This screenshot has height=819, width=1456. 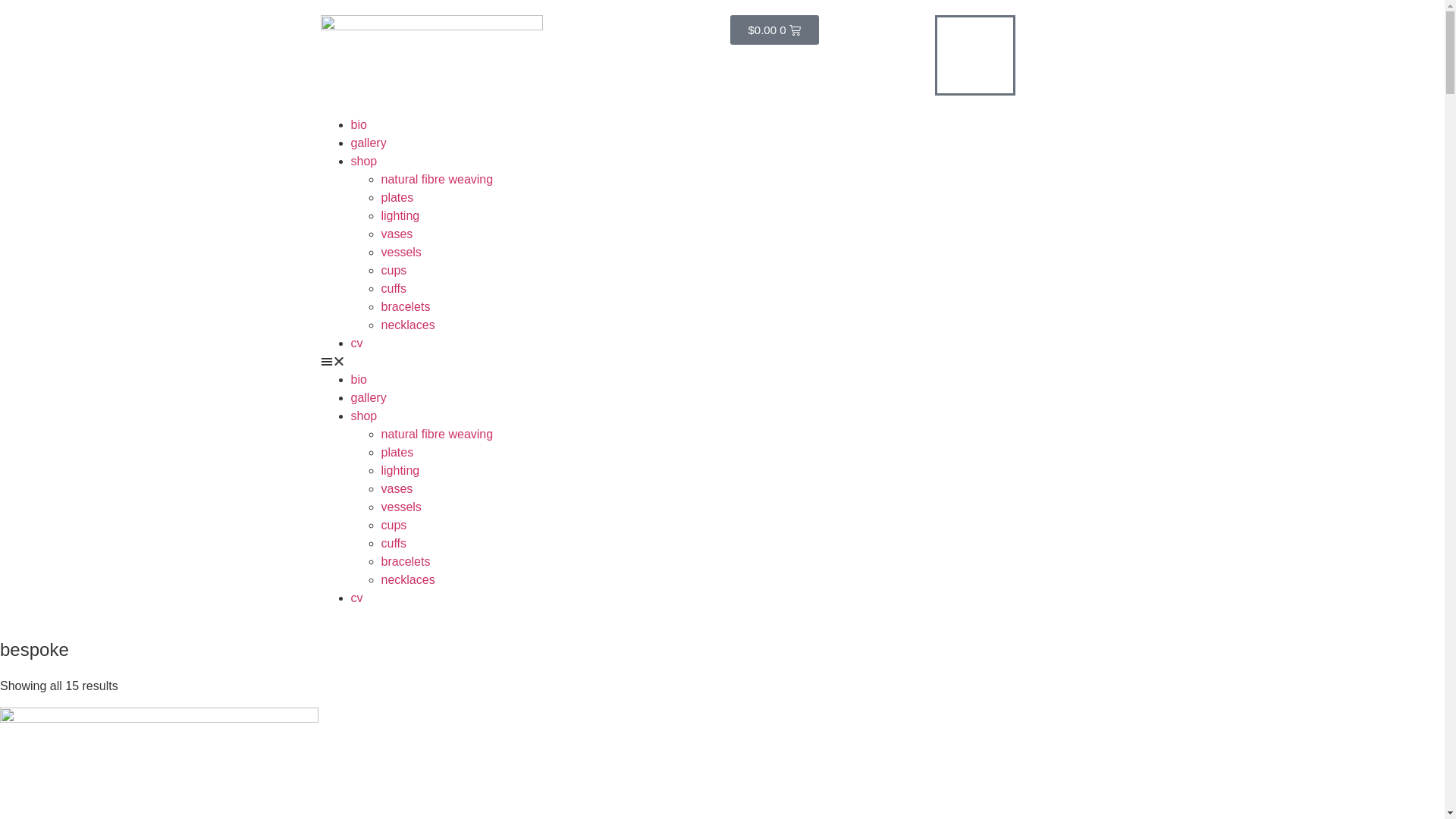 I want to click on 'cuffs', so click(x=393, y=288).